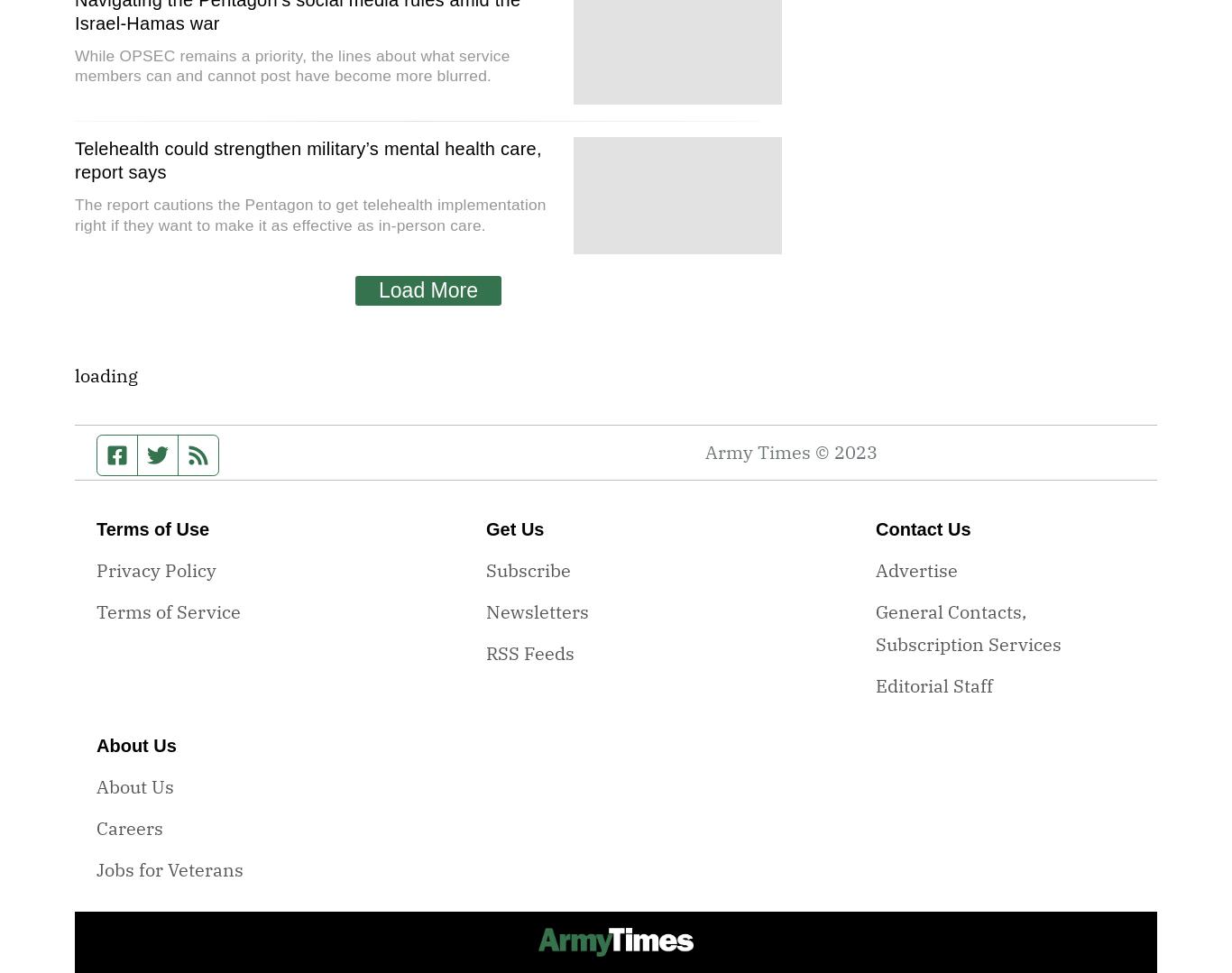  I want to click on 'Telehealth could strengthen military’s mental health care, report says', so click(75, 161).